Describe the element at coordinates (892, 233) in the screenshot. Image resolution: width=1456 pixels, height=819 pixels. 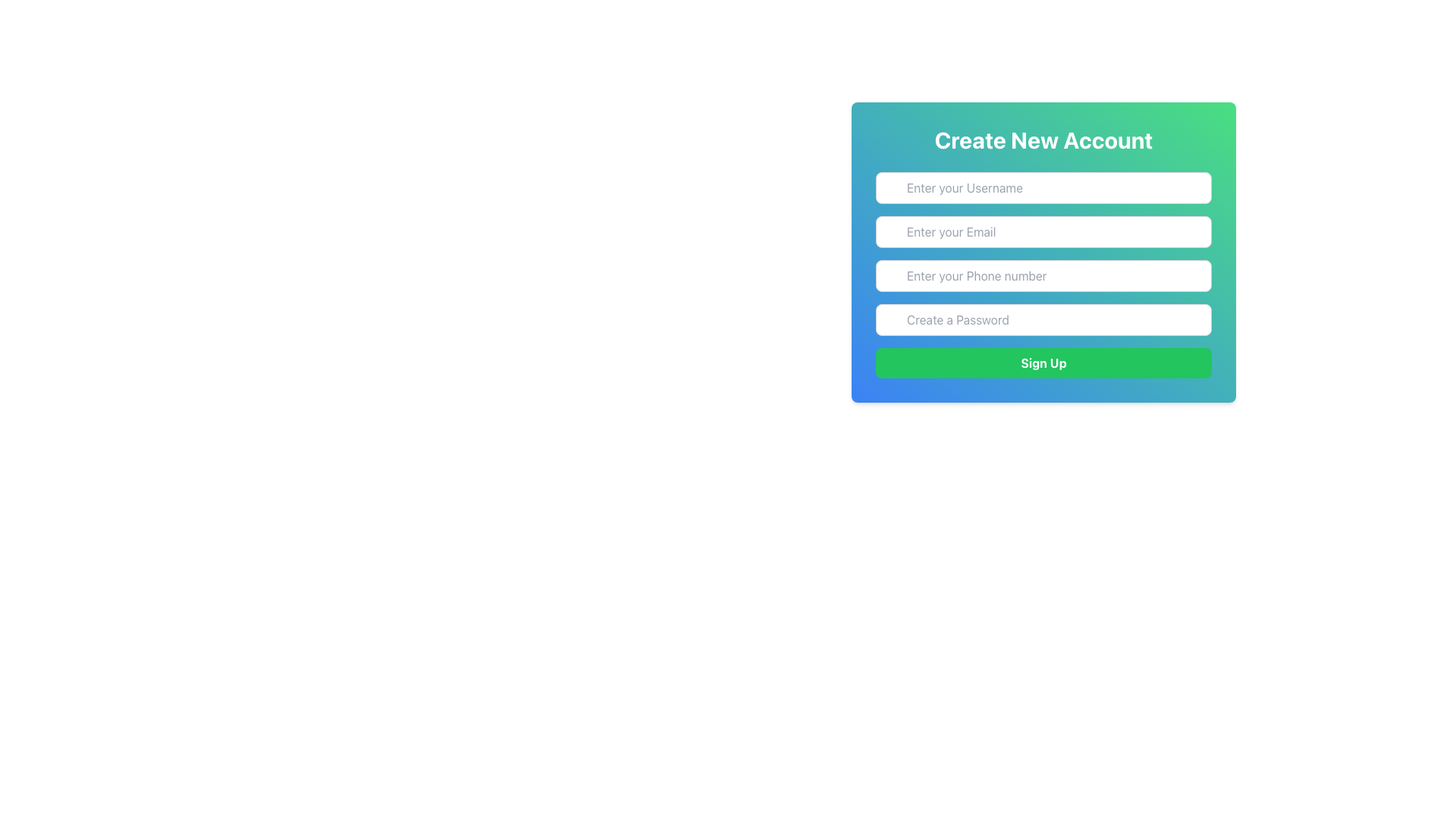
I see `the mail envelope icon located to the left of the 'Enter your Email' input field` at that location.